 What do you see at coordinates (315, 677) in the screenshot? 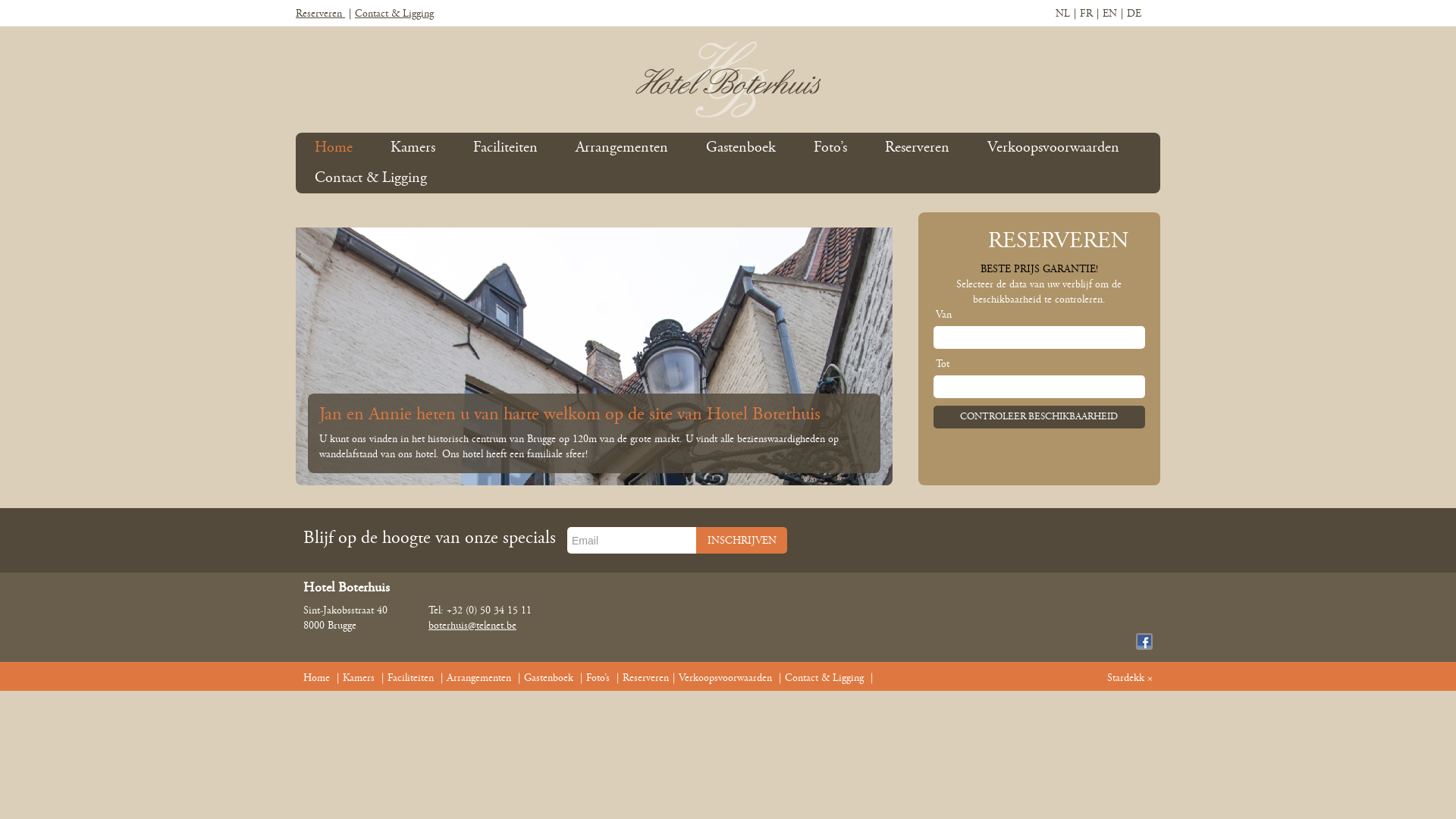
I see `'Home'` at bounding box center [315, 677].